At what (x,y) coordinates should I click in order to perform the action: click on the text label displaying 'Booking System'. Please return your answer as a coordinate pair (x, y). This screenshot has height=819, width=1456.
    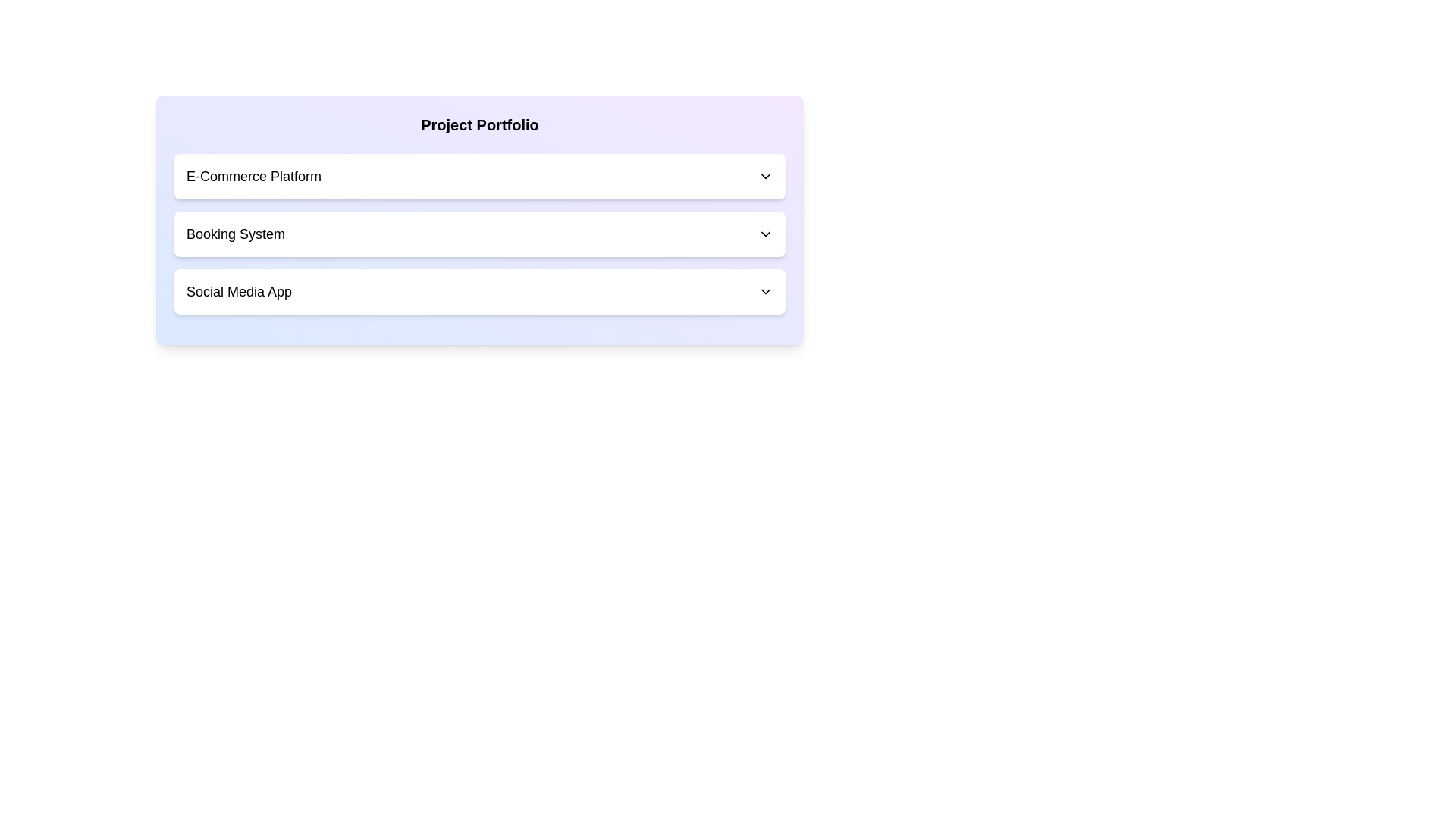
    Looking at the image, I should click on (235, 234).